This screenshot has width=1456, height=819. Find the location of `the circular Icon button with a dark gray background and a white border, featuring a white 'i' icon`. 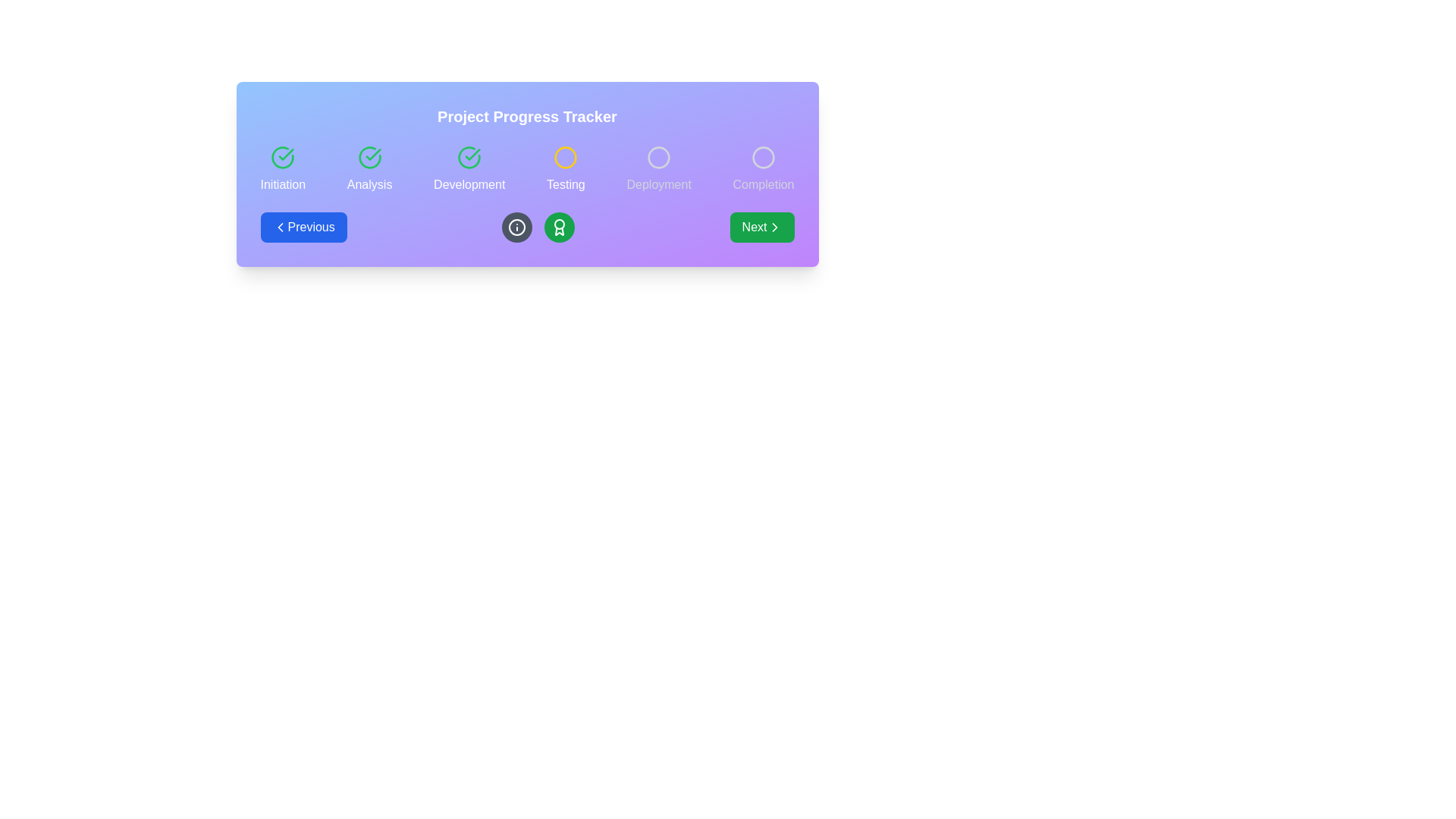

the circular Icon button with a dark gray background and a white border, featuring a white 'i' icon is located at coordinates (527, 227).